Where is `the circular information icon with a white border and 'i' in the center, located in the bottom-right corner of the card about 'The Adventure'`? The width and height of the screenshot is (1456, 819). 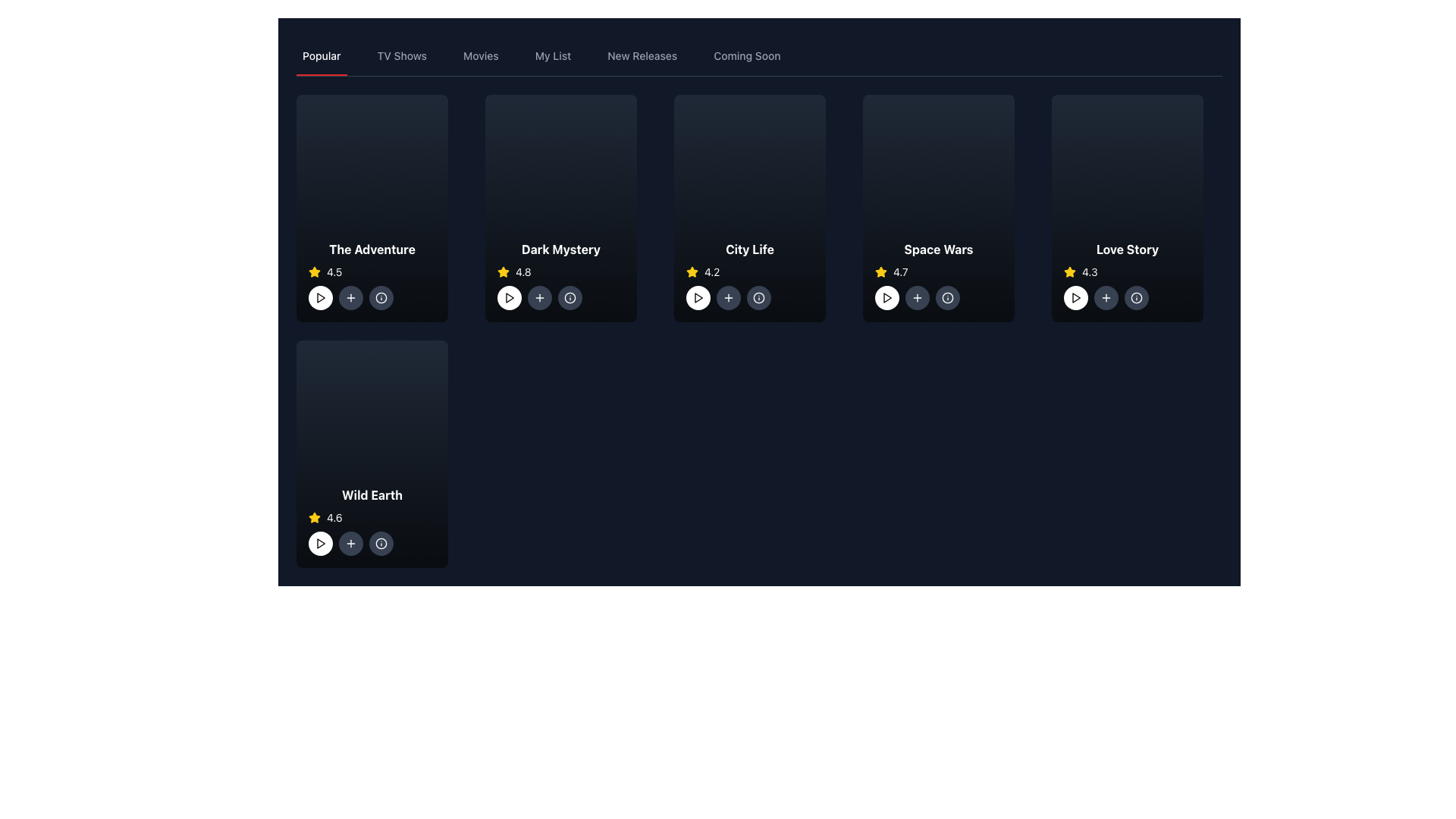
the circular information icon with a white border and 'i' in the center, located in the bottom-right corner of the card about 'The Adventure' is located at coordinates (381, 298).